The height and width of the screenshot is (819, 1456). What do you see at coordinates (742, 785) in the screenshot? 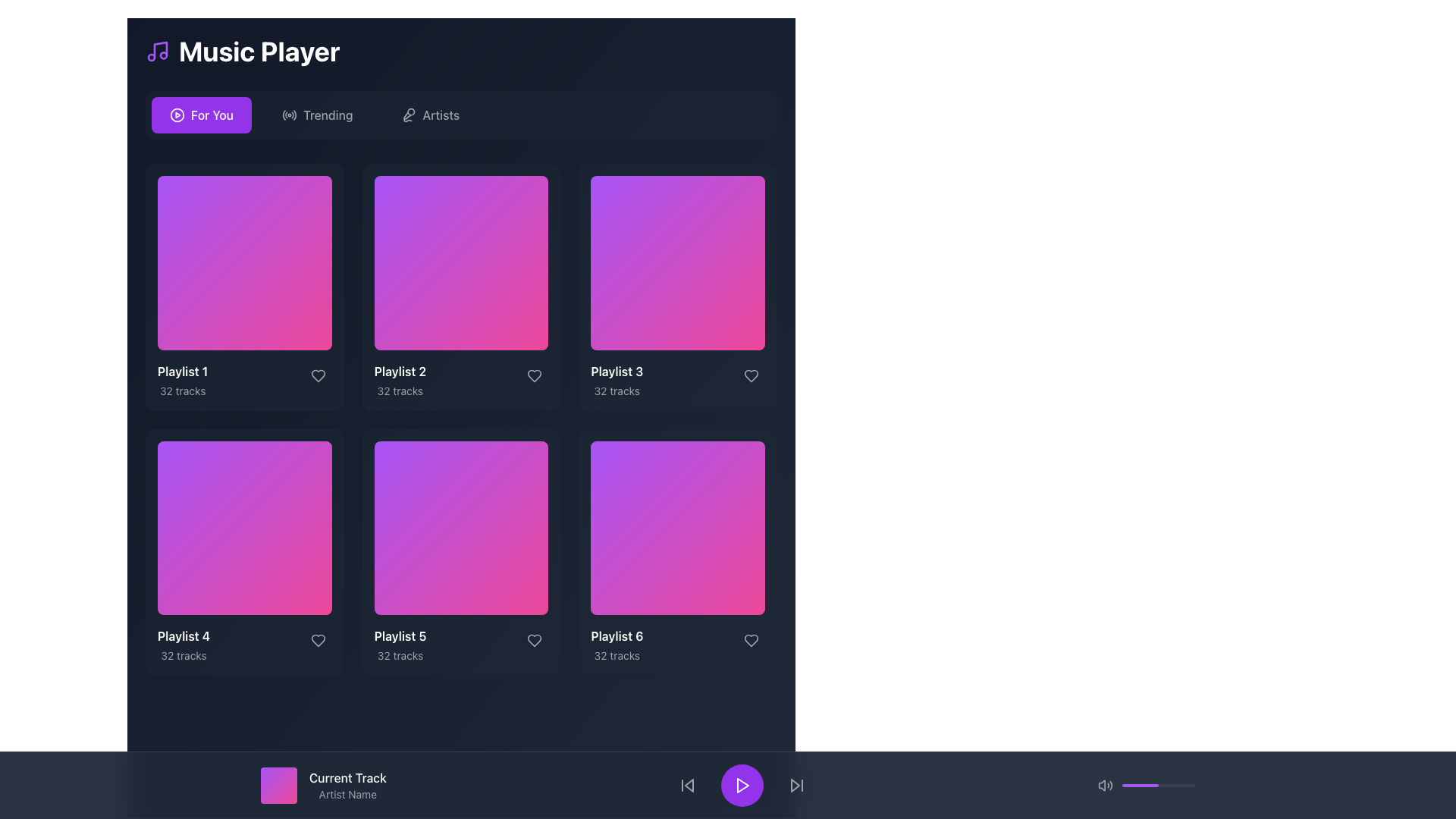
I see `the prominent circular button with a purple background and a white play icon in the center` at bounding box center [742, 785].